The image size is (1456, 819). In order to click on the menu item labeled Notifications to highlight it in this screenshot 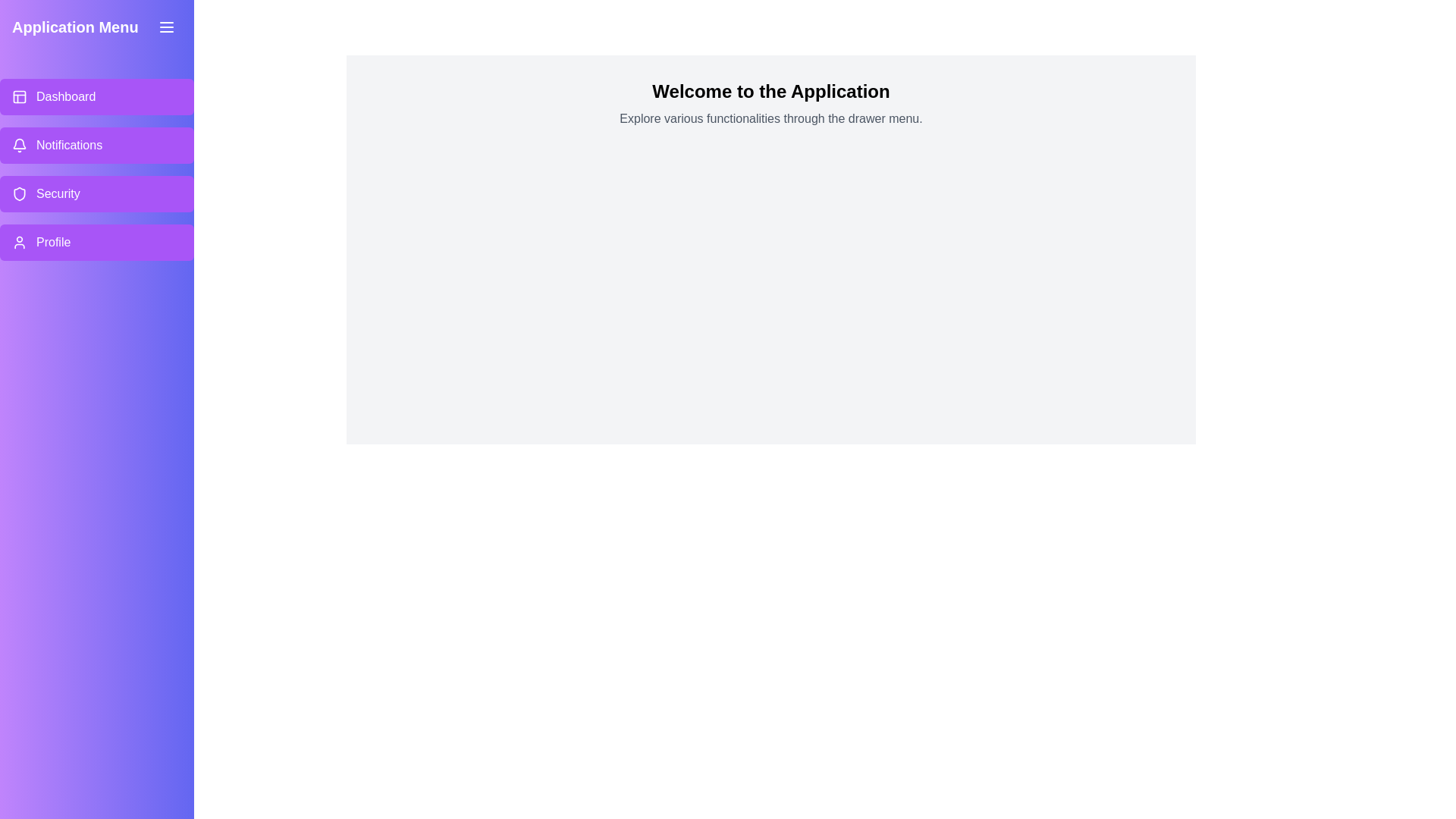, I will do `click(96, 146)`.